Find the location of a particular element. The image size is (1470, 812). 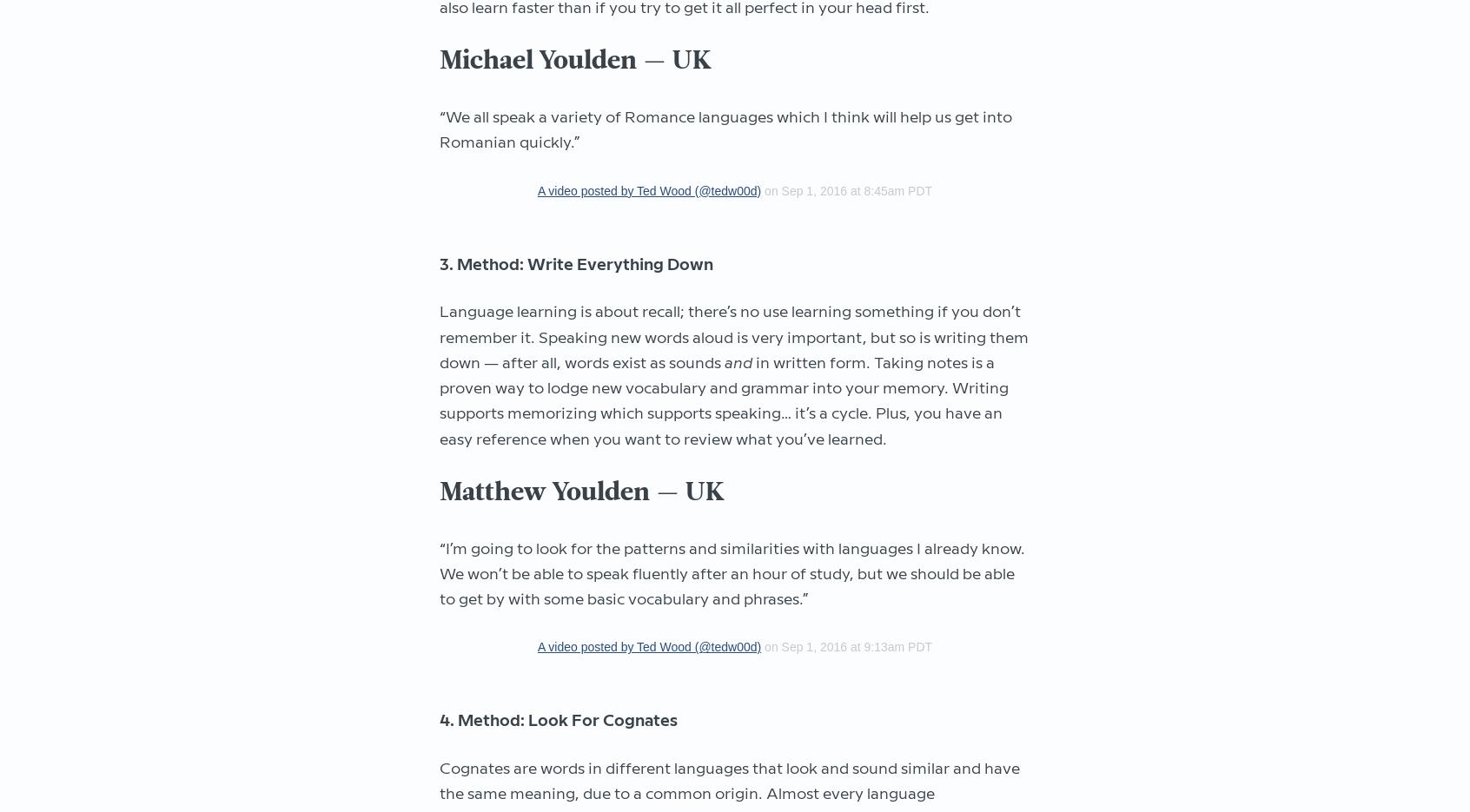

'4. Method: Look For Cognates' is located at coordinates (440, 721).